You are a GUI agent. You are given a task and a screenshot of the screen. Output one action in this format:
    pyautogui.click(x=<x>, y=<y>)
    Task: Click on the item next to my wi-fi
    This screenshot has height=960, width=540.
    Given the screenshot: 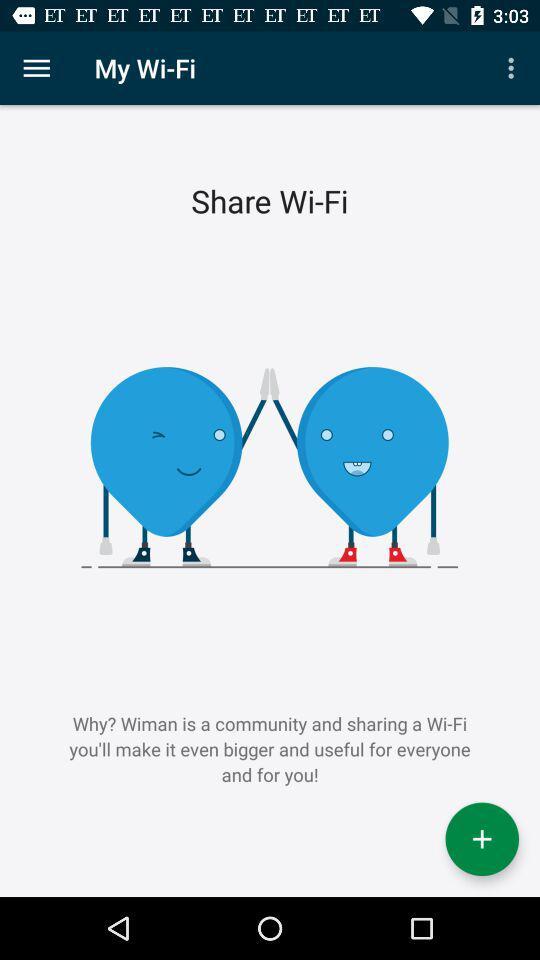 What is the action you would take?
    pyautogui.click(x=36, y=68)
    